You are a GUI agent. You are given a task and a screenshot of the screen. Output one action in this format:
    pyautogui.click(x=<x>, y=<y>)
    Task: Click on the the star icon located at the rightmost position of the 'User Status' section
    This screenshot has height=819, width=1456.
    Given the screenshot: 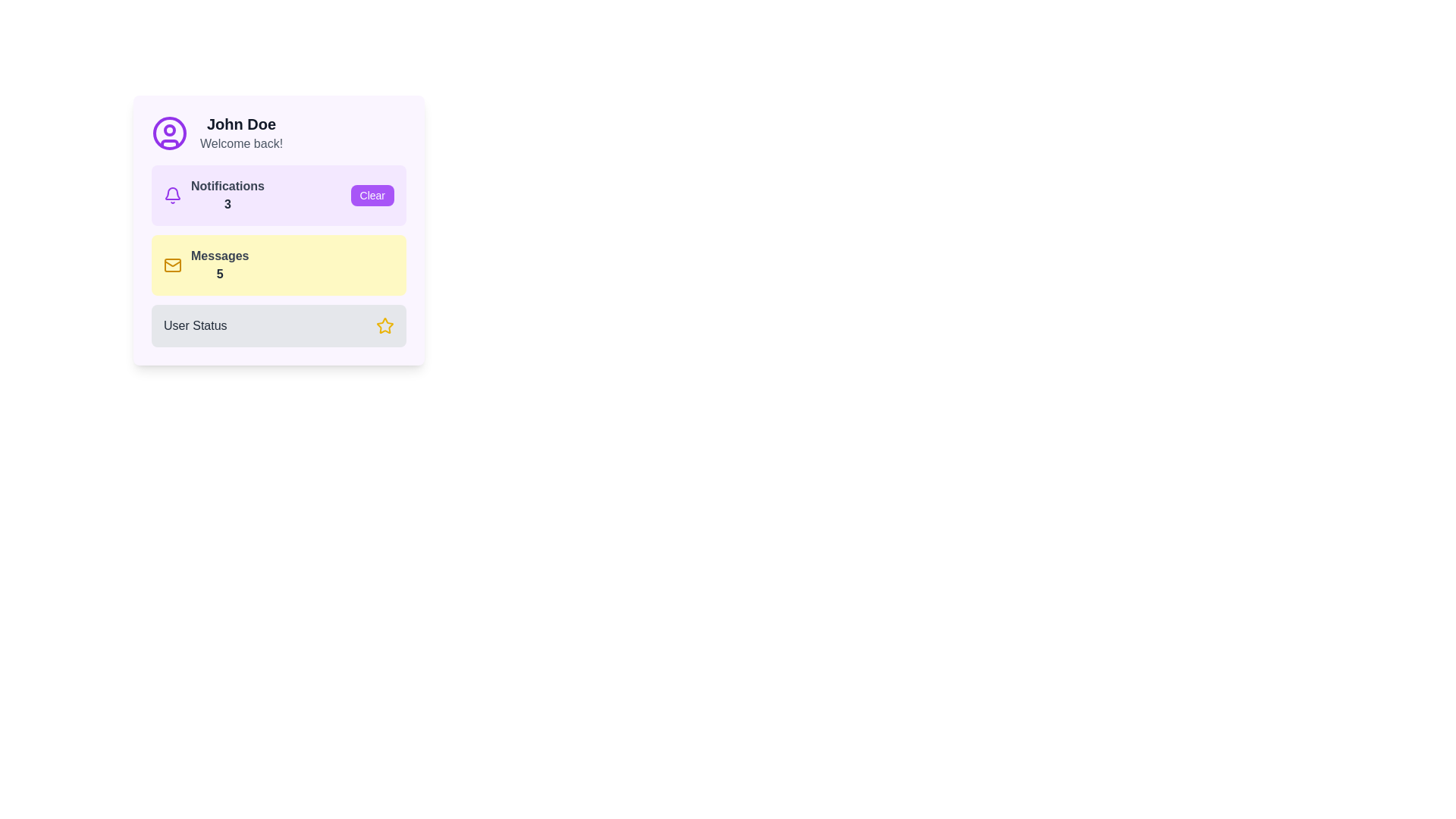 What is the action you would take?
    pyautogui.click(x=385, y=325)
    